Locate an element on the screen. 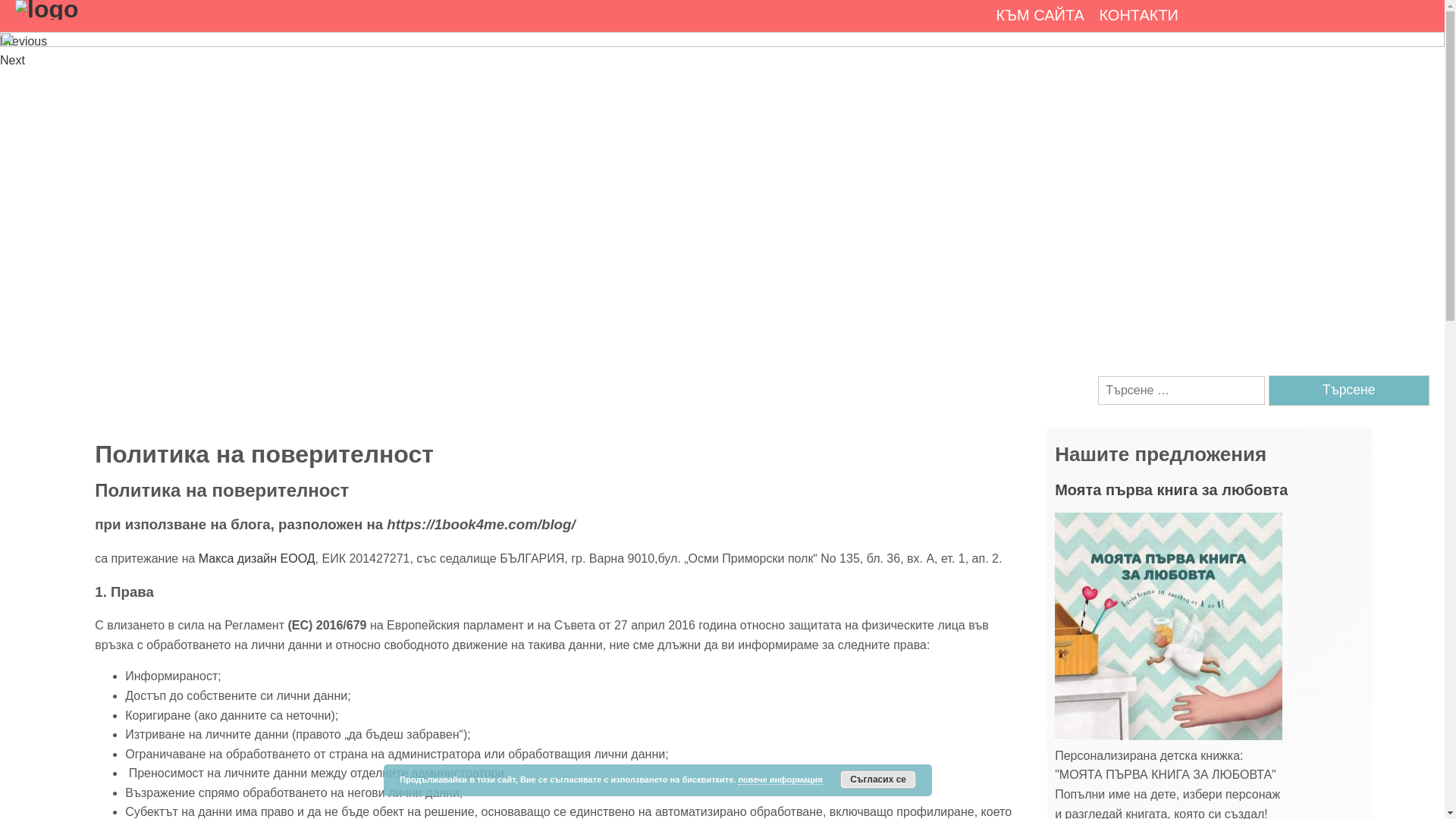 This screenshot has height=819, width=1456. 'Next' is located at coordinates (12, 59).